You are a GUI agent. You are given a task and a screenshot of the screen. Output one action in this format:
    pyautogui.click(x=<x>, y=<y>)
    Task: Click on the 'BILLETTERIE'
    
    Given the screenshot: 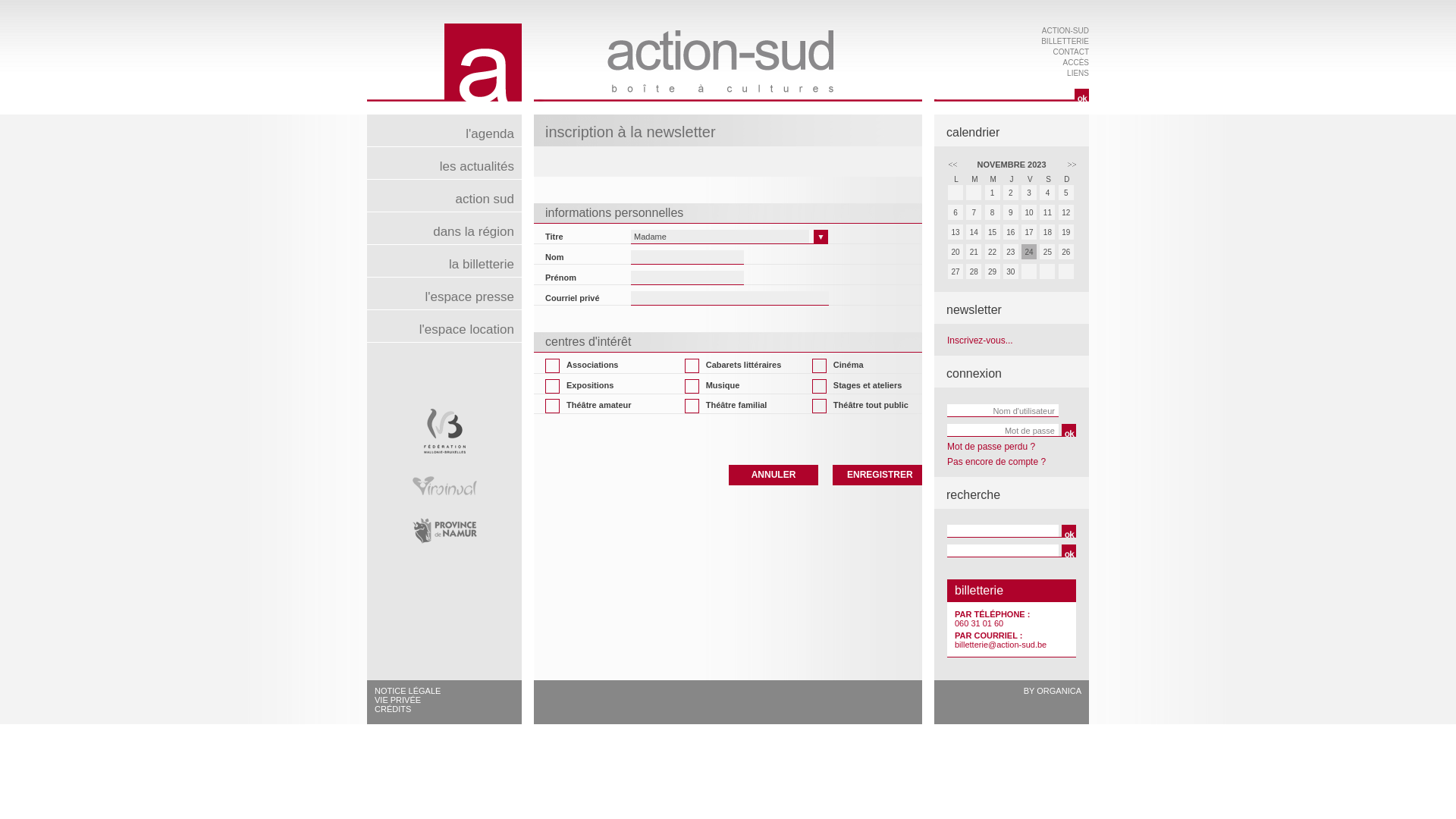 What is the action you would take?
    pyautogui.click(x=1064, y=40)
    